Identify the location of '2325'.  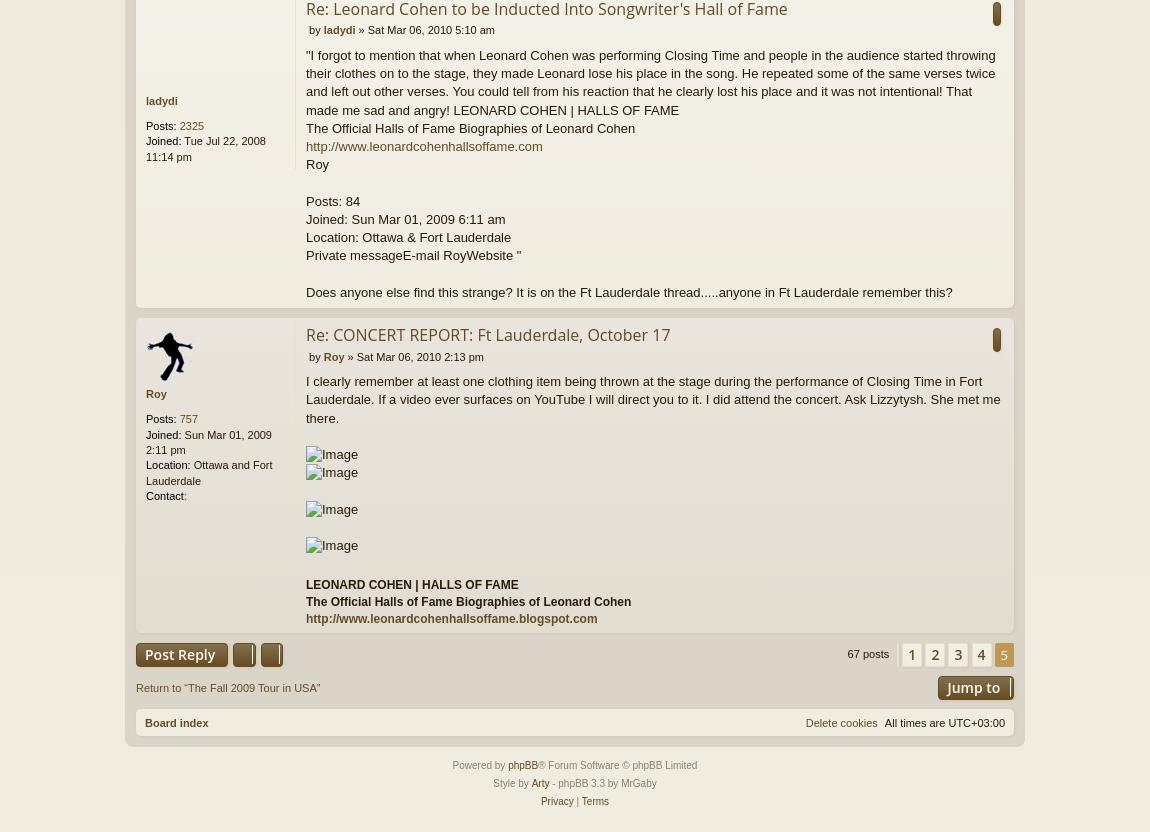
(190, 125).